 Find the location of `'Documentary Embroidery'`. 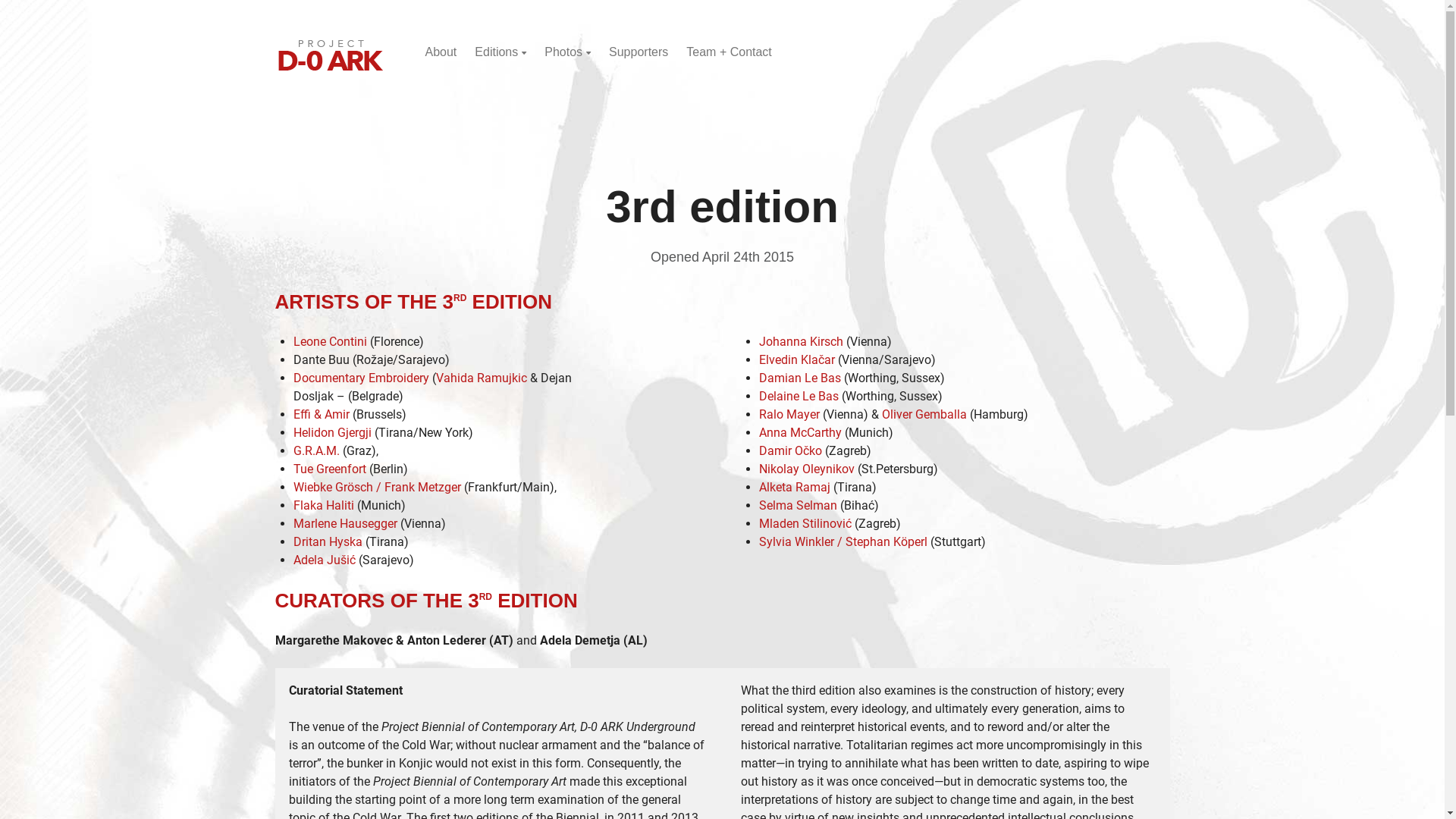

'Documentary Embroidery' is located at coordinates (359, 377).